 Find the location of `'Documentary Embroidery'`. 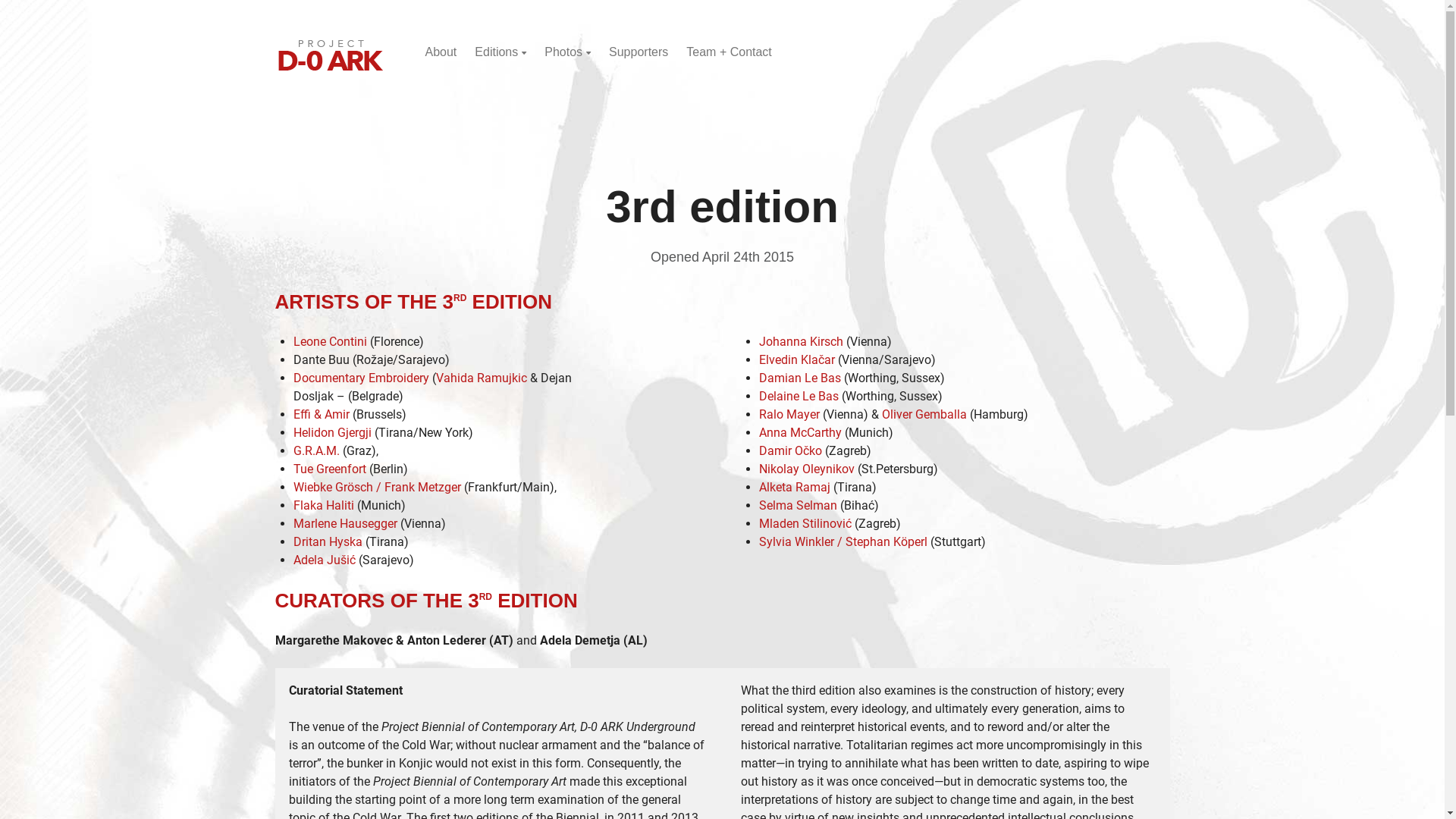

'Documentary Embroidery' is located at coordinates (359, 377).